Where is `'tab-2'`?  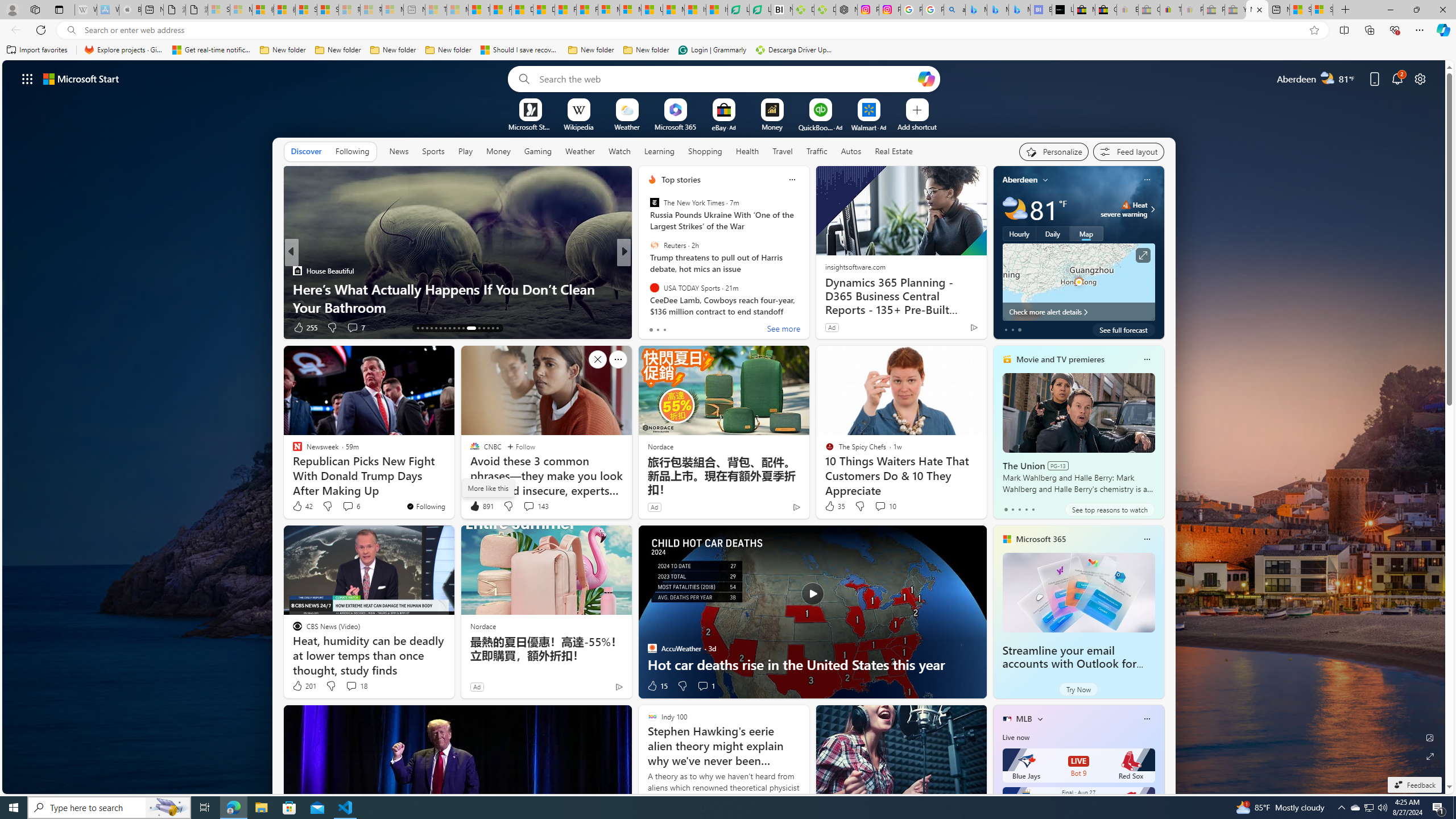
'tab-2' is located at coordinates (1020, 509).